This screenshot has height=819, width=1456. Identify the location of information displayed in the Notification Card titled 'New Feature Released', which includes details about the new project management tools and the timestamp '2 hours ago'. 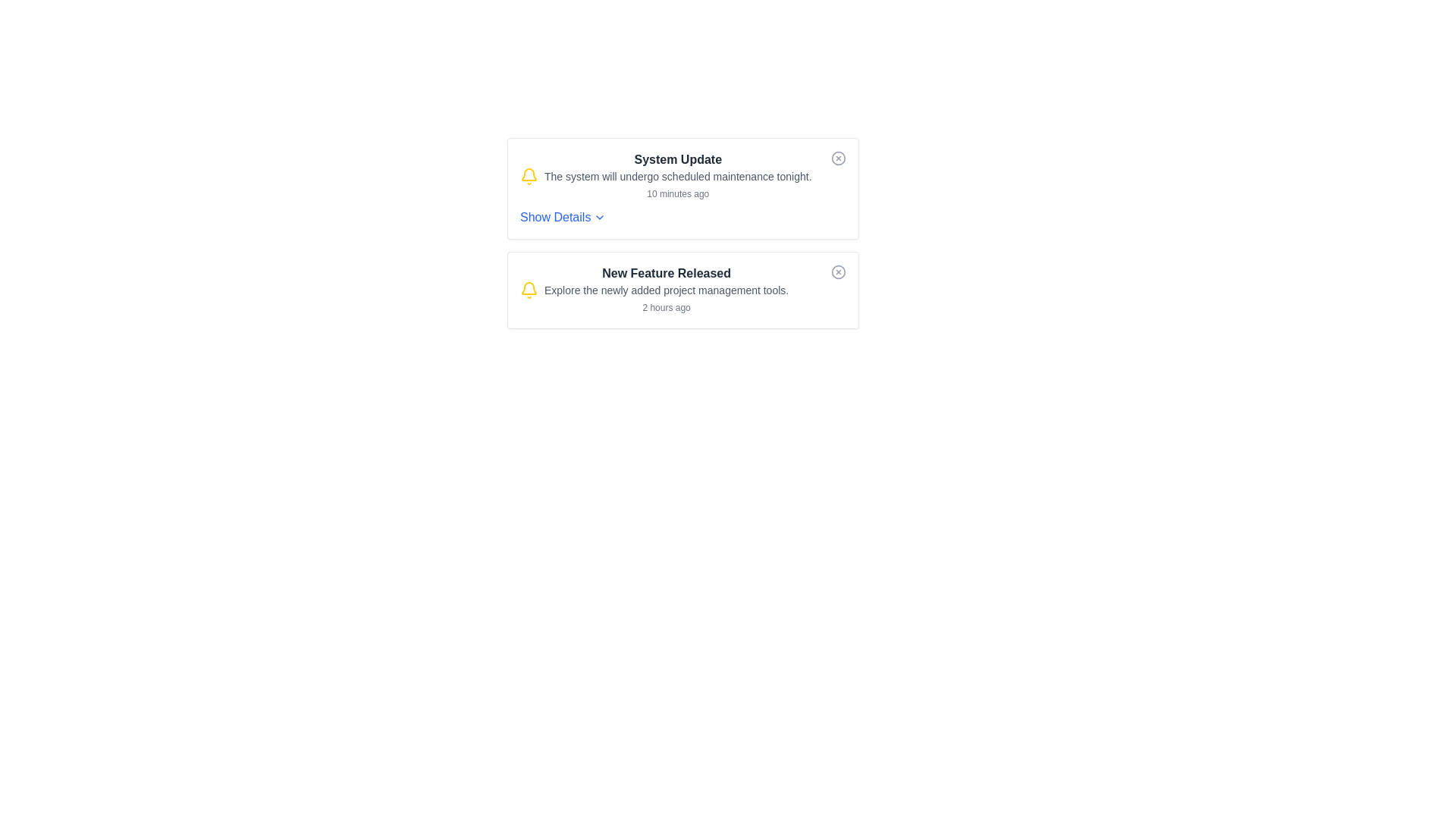
(682, 290).